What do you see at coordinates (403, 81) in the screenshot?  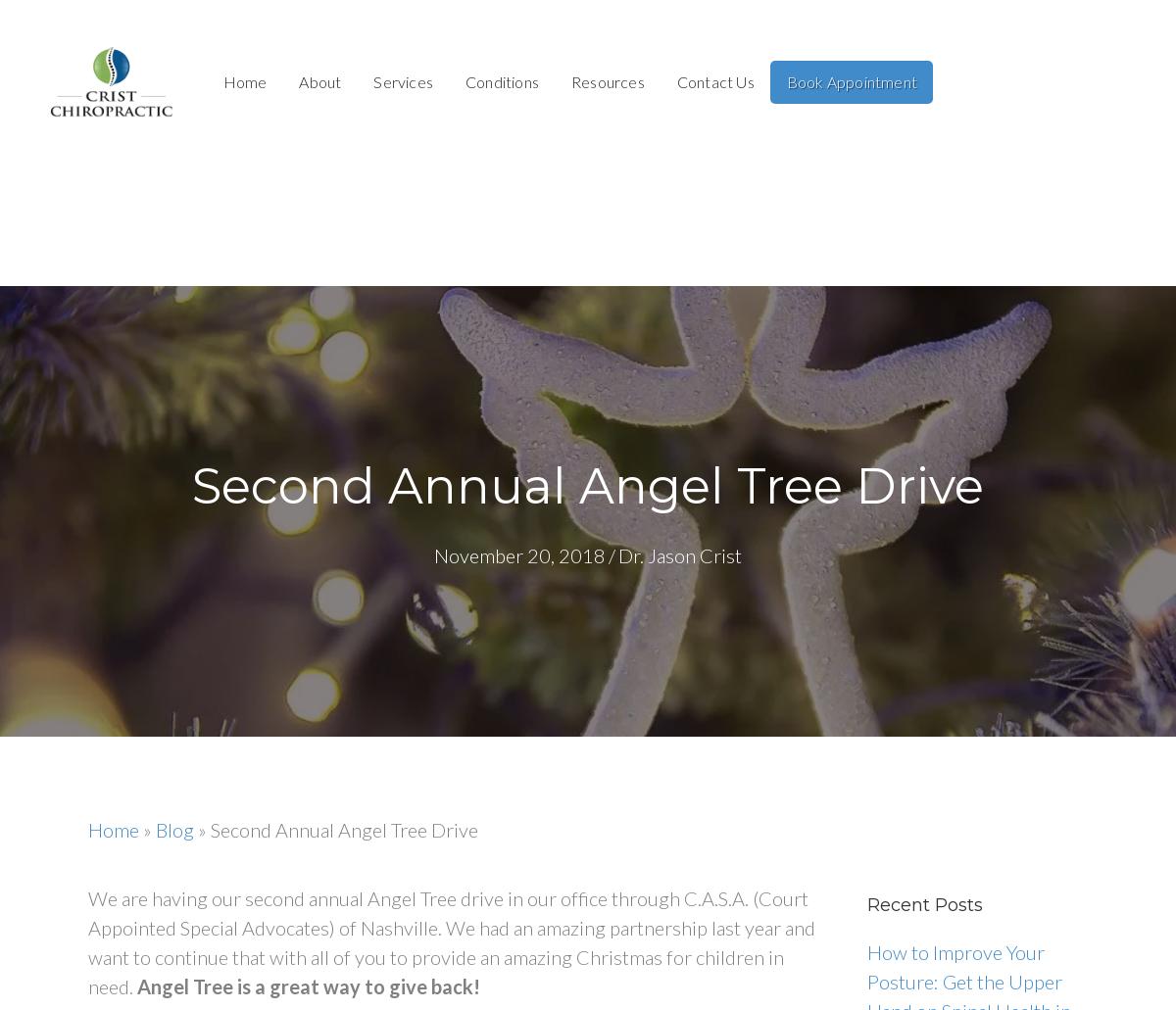 I see `'Services'` at bounding box center [403, 81].